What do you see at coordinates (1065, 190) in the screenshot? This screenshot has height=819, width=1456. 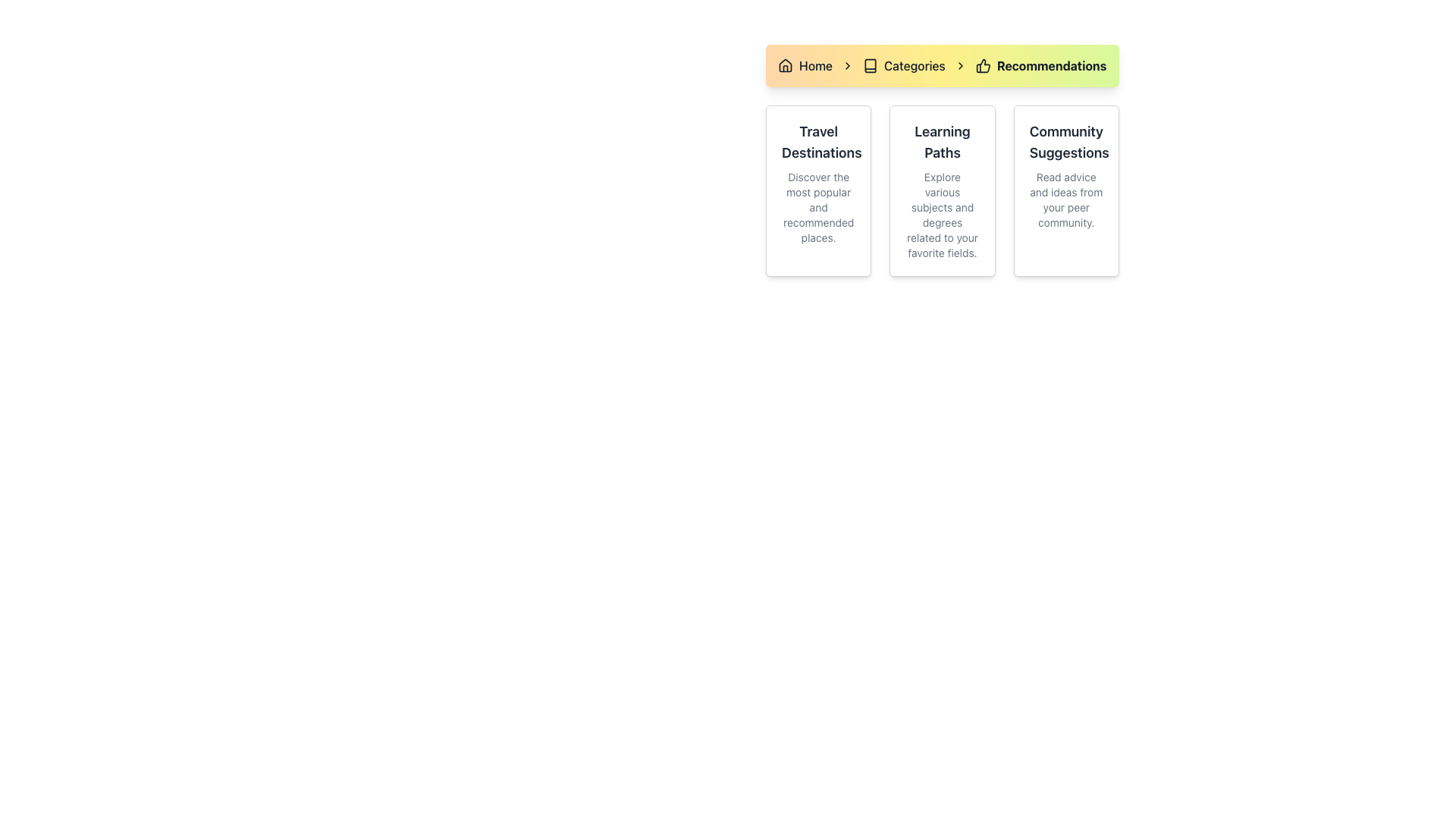 I see `the informational card component located in the rightmost column of the grid layout` at bounding box center [1065, 190].